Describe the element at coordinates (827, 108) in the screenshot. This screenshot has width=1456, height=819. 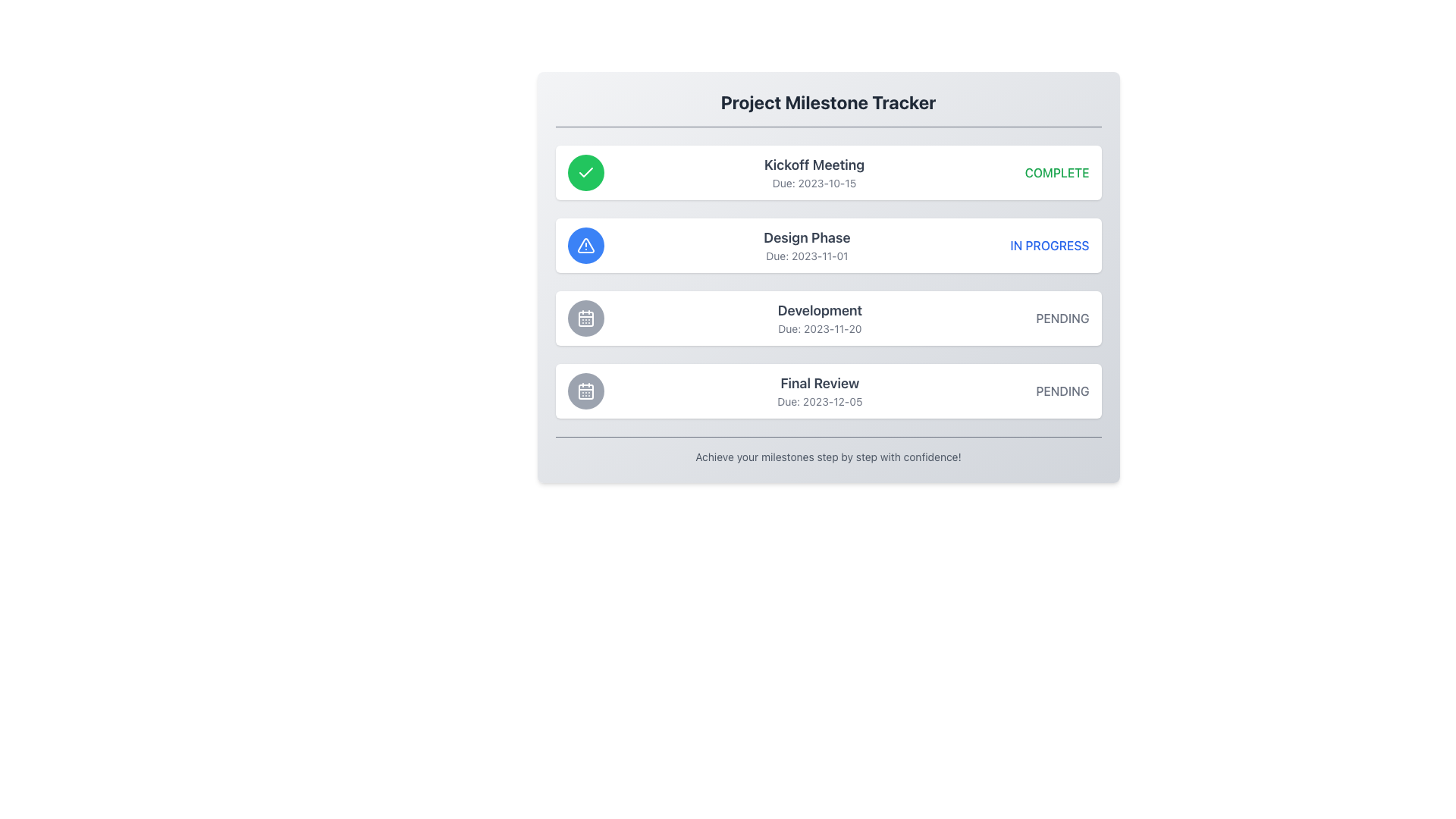
I see `the Text Label containing the bold text 'Project Milestone Tracker', which is located at the top of the module and has a light gray background` at that location.